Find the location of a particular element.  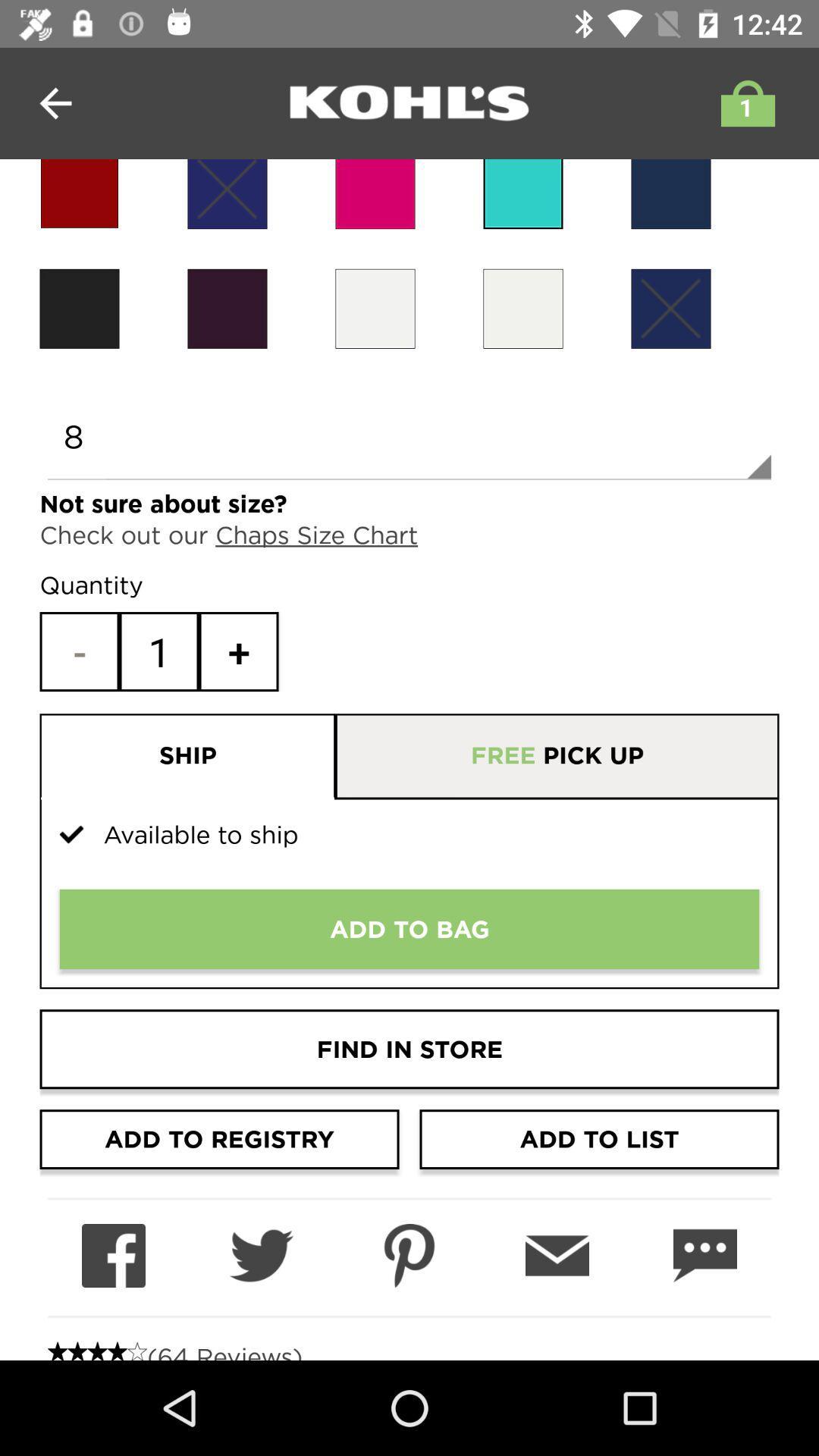

the facebook icon is located at coordinates (113, 1256).